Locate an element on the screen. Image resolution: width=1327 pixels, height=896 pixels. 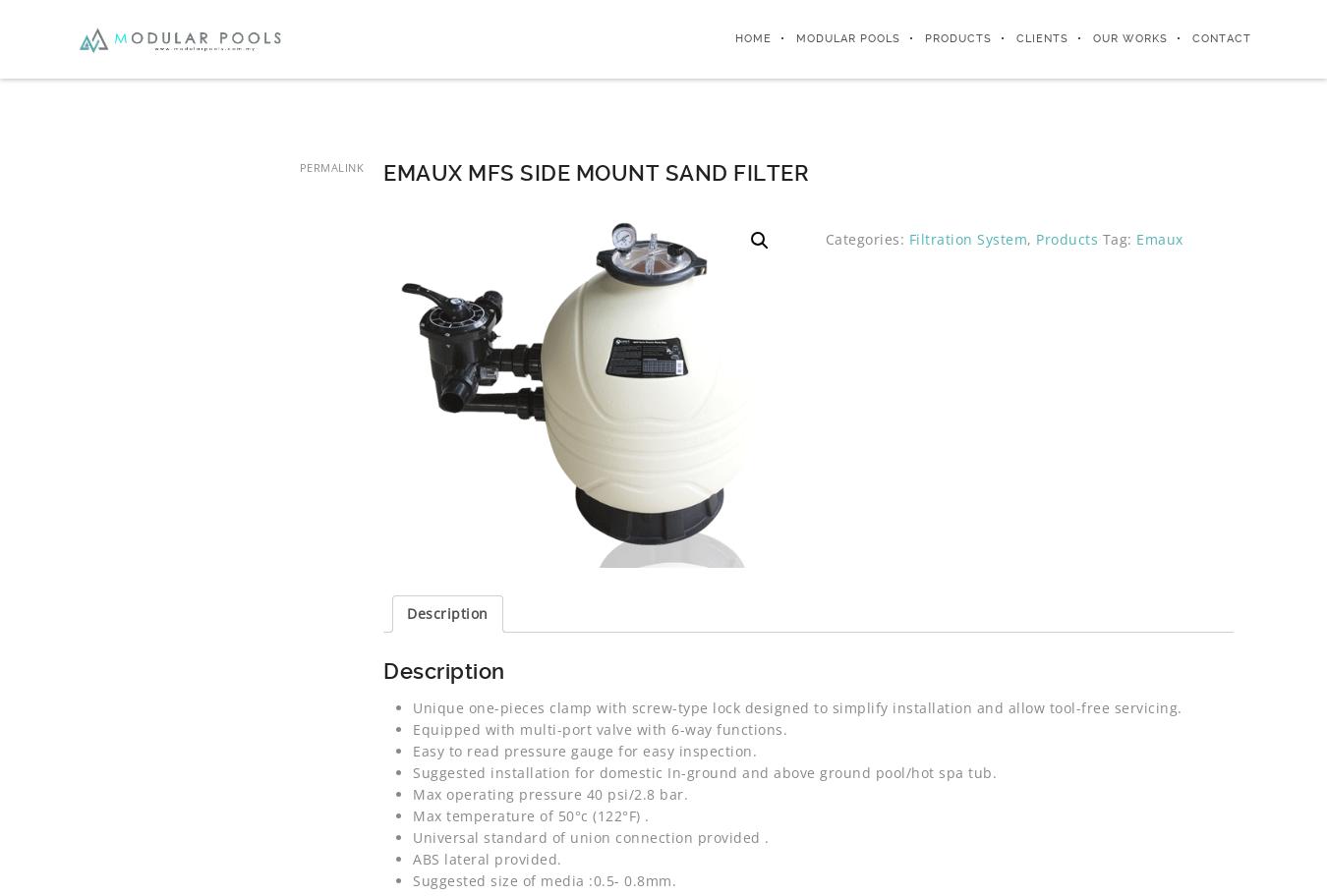
'Unique one-pieces clamp with screw-type lock designed to simplify installation and allow tool-free servicing.' is located at coordinates (412, 706).